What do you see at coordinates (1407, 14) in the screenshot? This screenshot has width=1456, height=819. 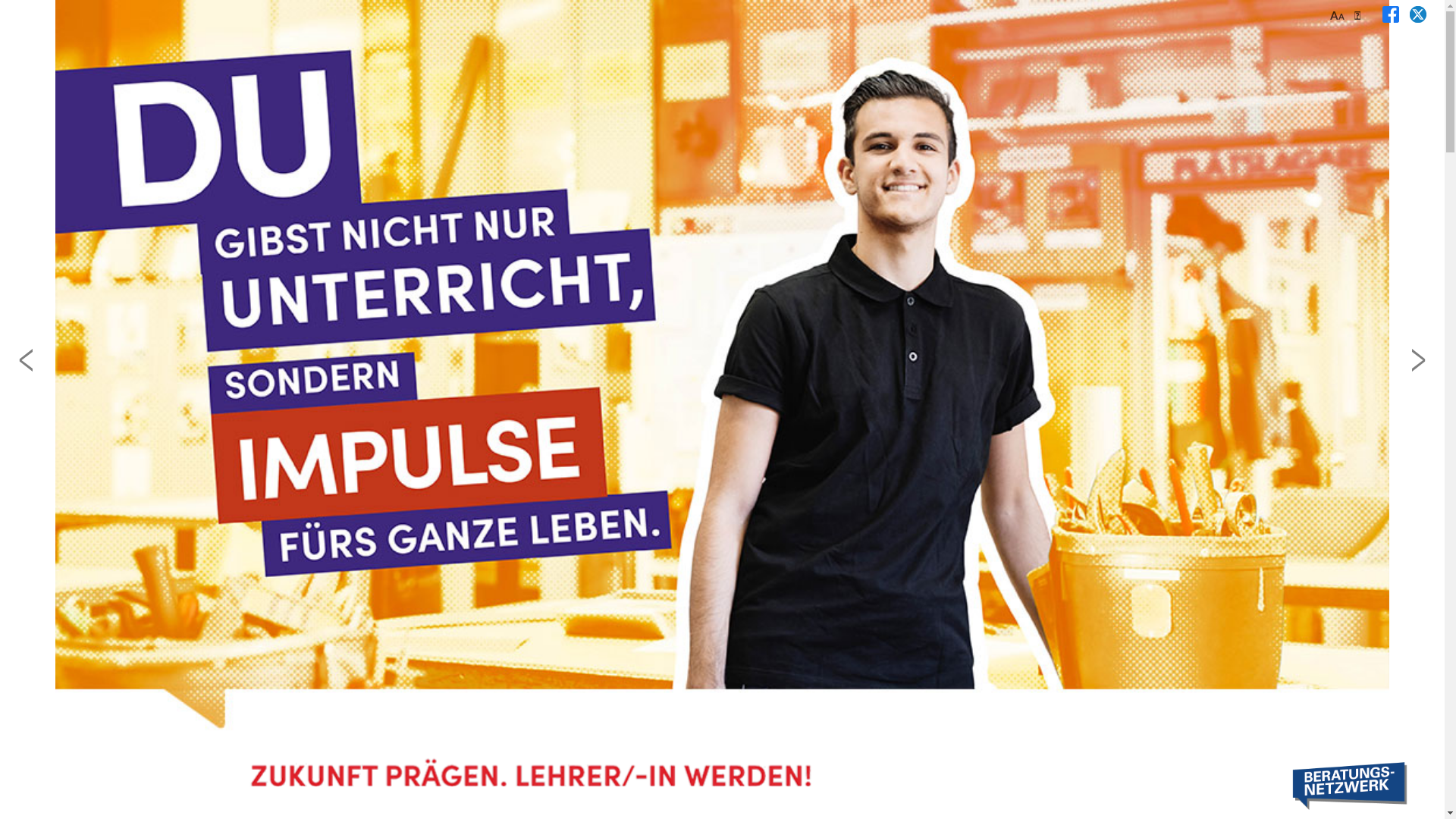 I see `'Auf sozialen Medien teilen'` at bounding box center [1407, 14].